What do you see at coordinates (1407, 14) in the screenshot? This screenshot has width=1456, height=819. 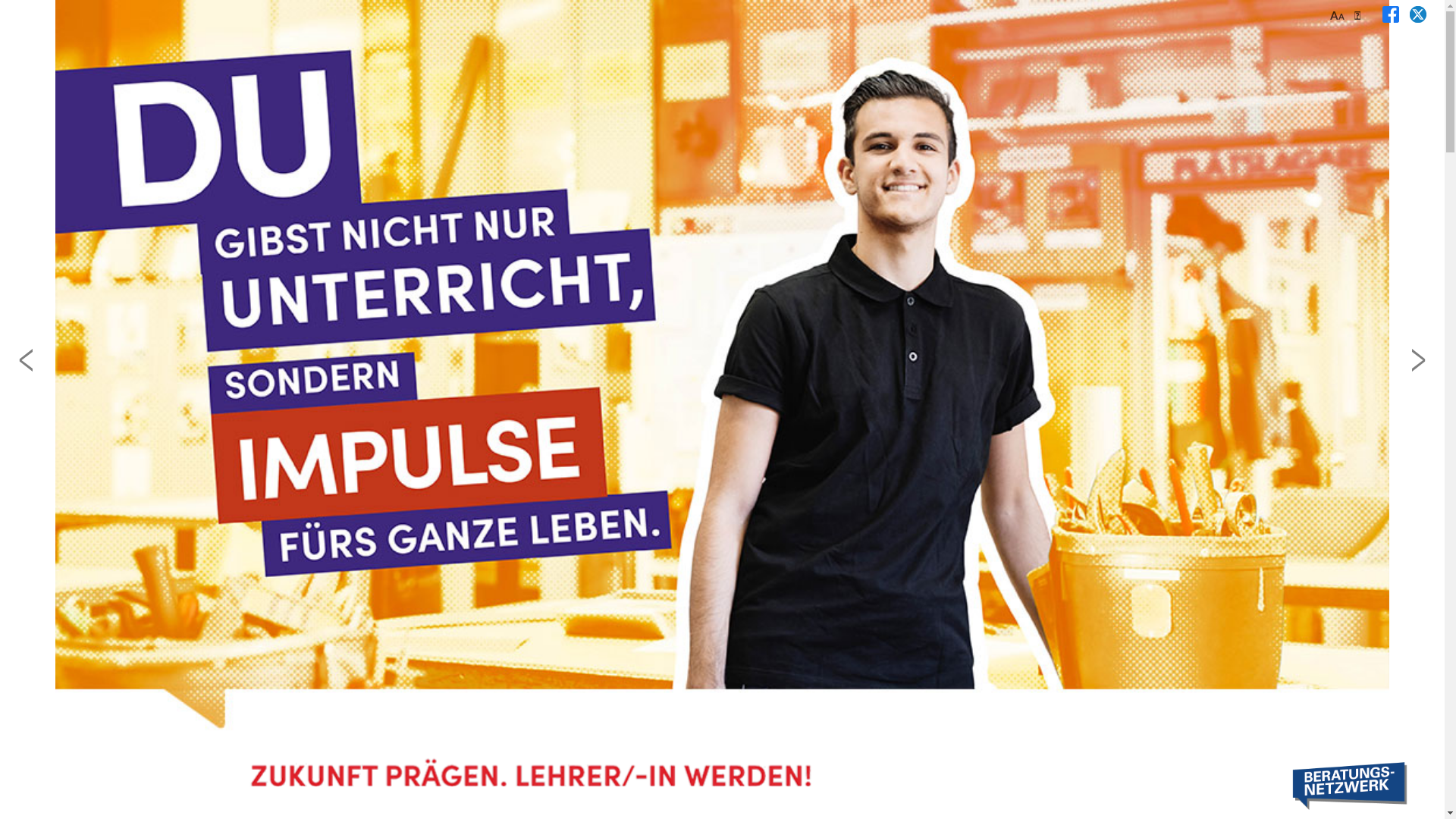 I see `'Auf sozialen Medien teilen'` at bounding box center [1407, 14].